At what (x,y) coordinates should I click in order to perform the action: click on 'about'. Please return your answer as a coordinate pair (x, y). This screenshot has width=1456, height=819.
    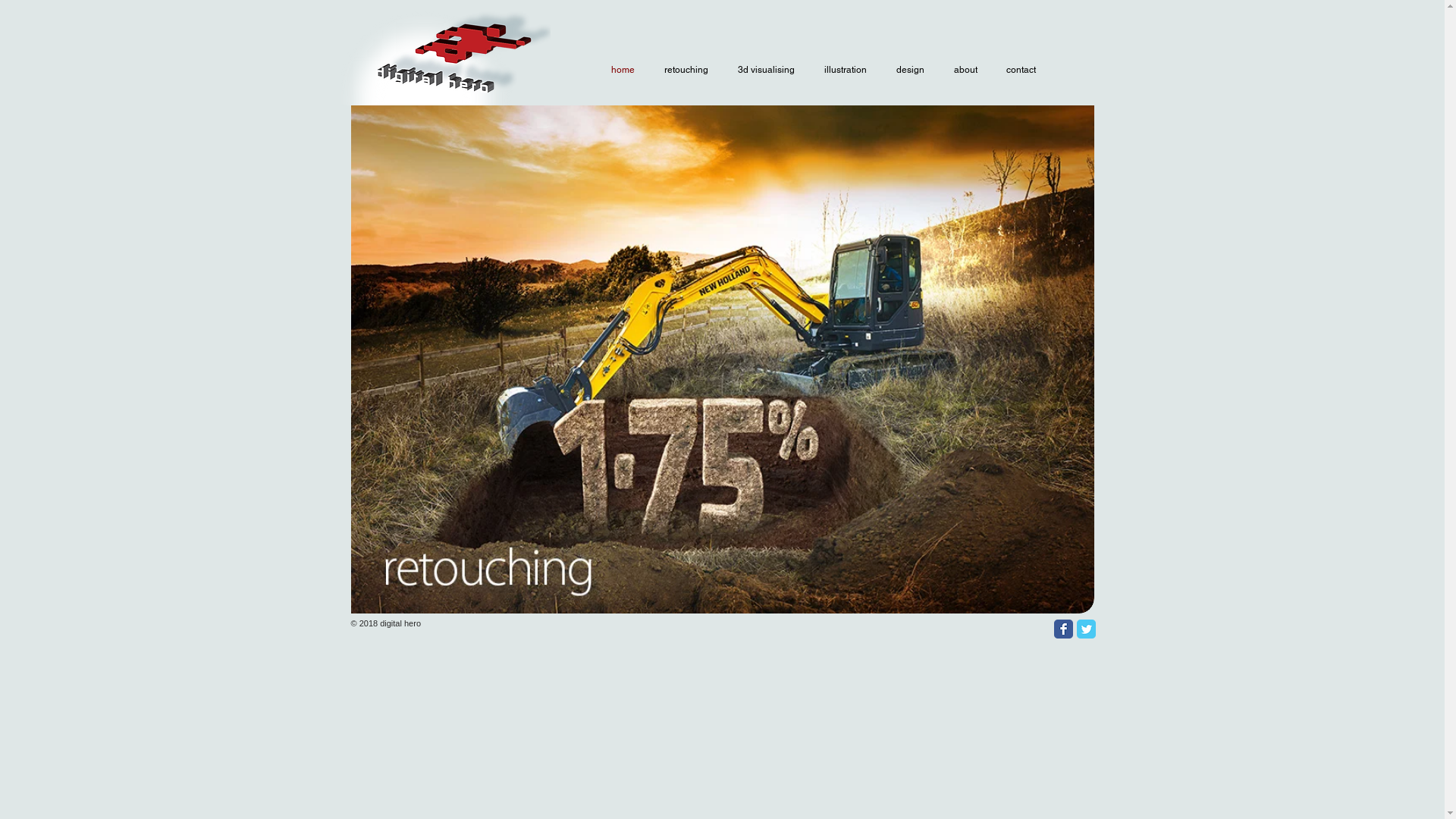
    Looking at the image, I should click on (963, 70).